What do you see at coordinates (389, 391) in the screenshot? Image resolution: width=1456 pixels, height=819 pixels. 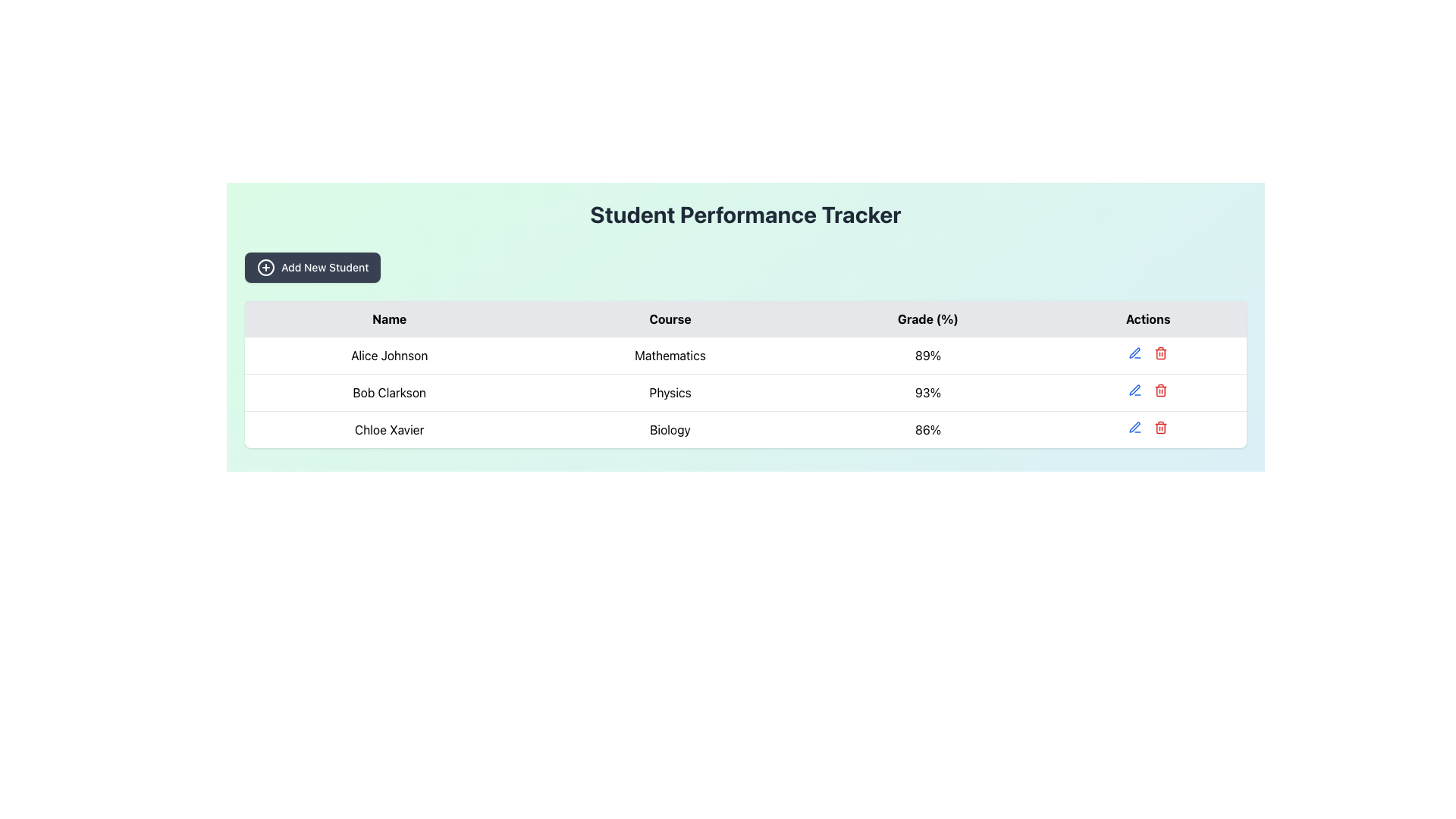 I see `the text label displaying 'Bob Clarkson' in the second row of the 'Name' column within the table` at bounding box center [389, 391].